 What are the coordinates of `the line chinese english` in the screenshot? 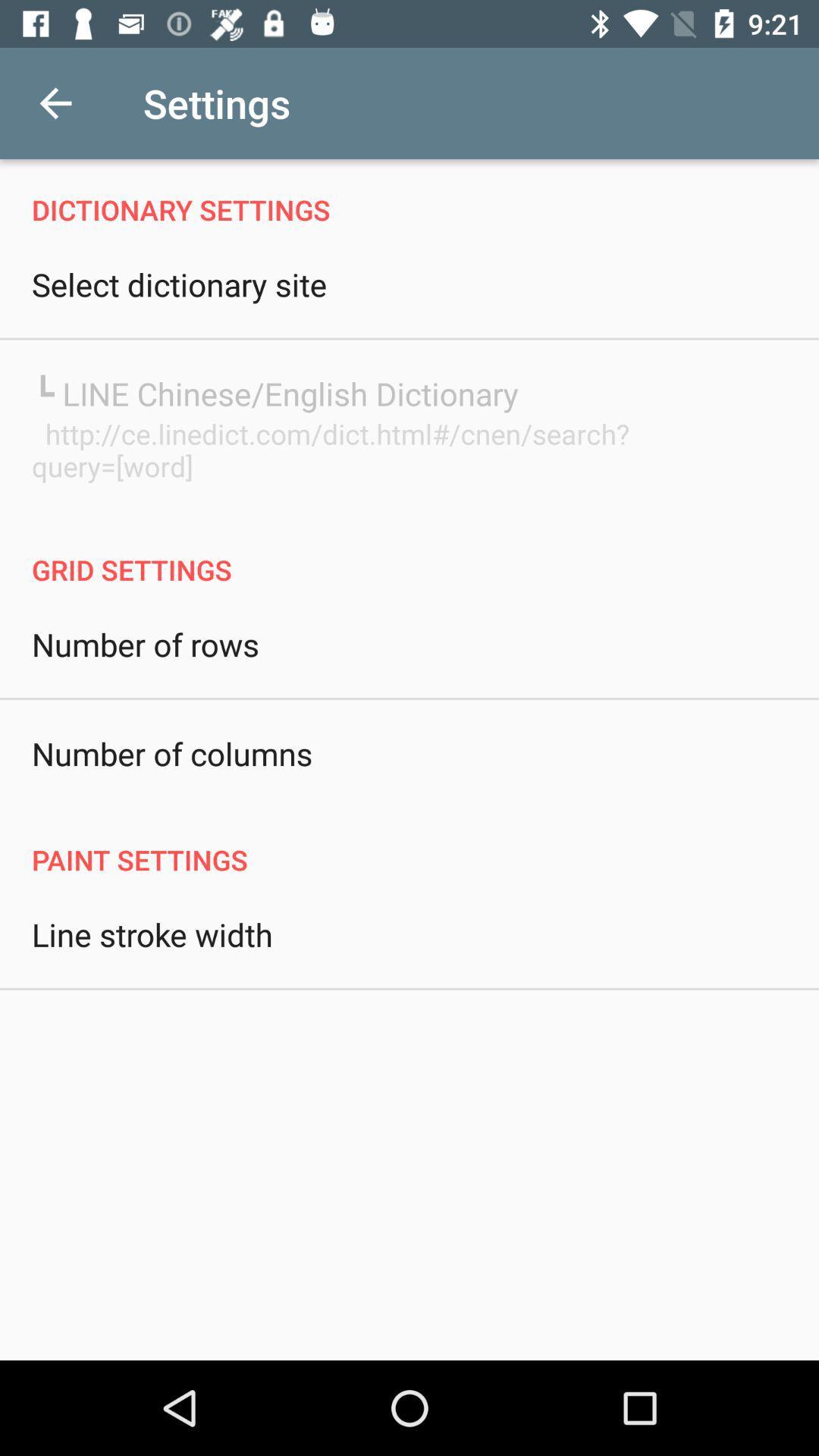 It's located at (275, 393).